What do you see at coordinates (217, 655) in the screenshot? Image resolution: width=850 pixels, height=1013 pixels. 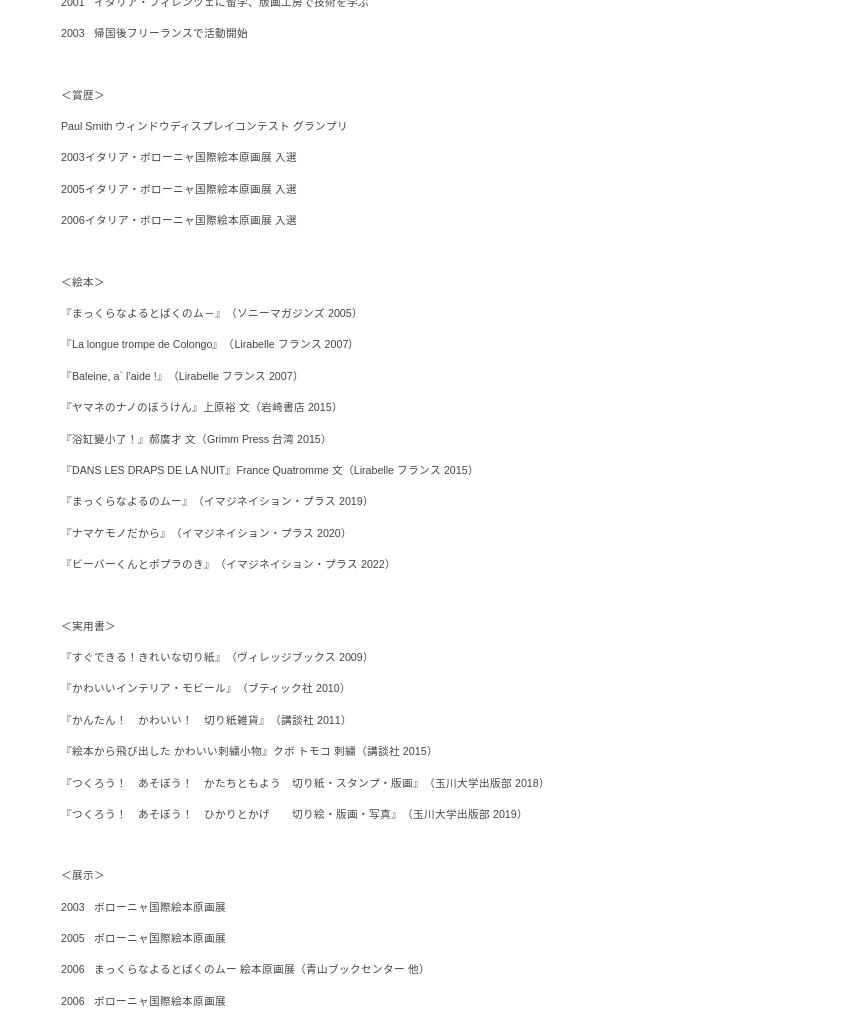 I see `'『すぐできる！きれいな切り紙』（ヴィレッジブックス 2009）'` at bounding box center [217, 655].